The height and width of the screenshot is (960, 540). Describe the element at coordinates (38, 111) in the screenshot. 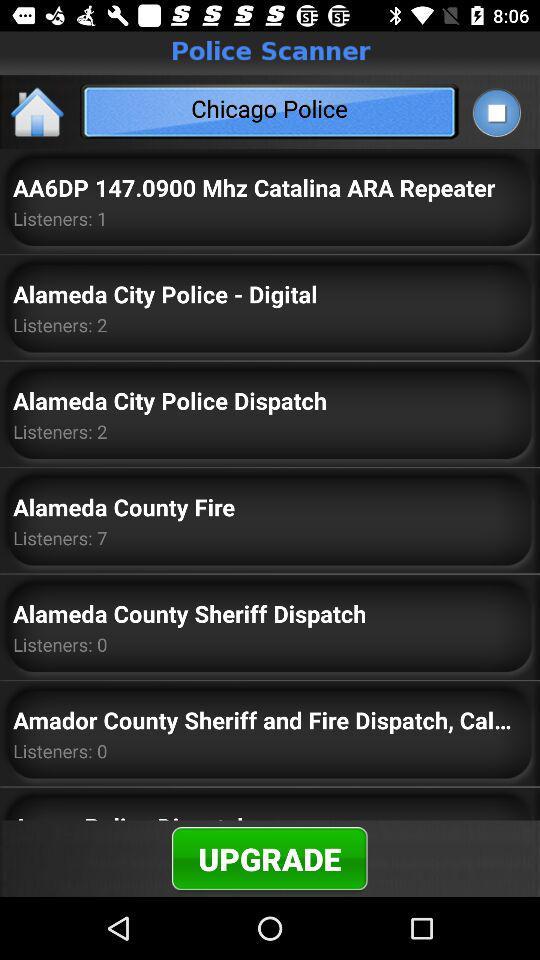

I see `the home icon` at that location.